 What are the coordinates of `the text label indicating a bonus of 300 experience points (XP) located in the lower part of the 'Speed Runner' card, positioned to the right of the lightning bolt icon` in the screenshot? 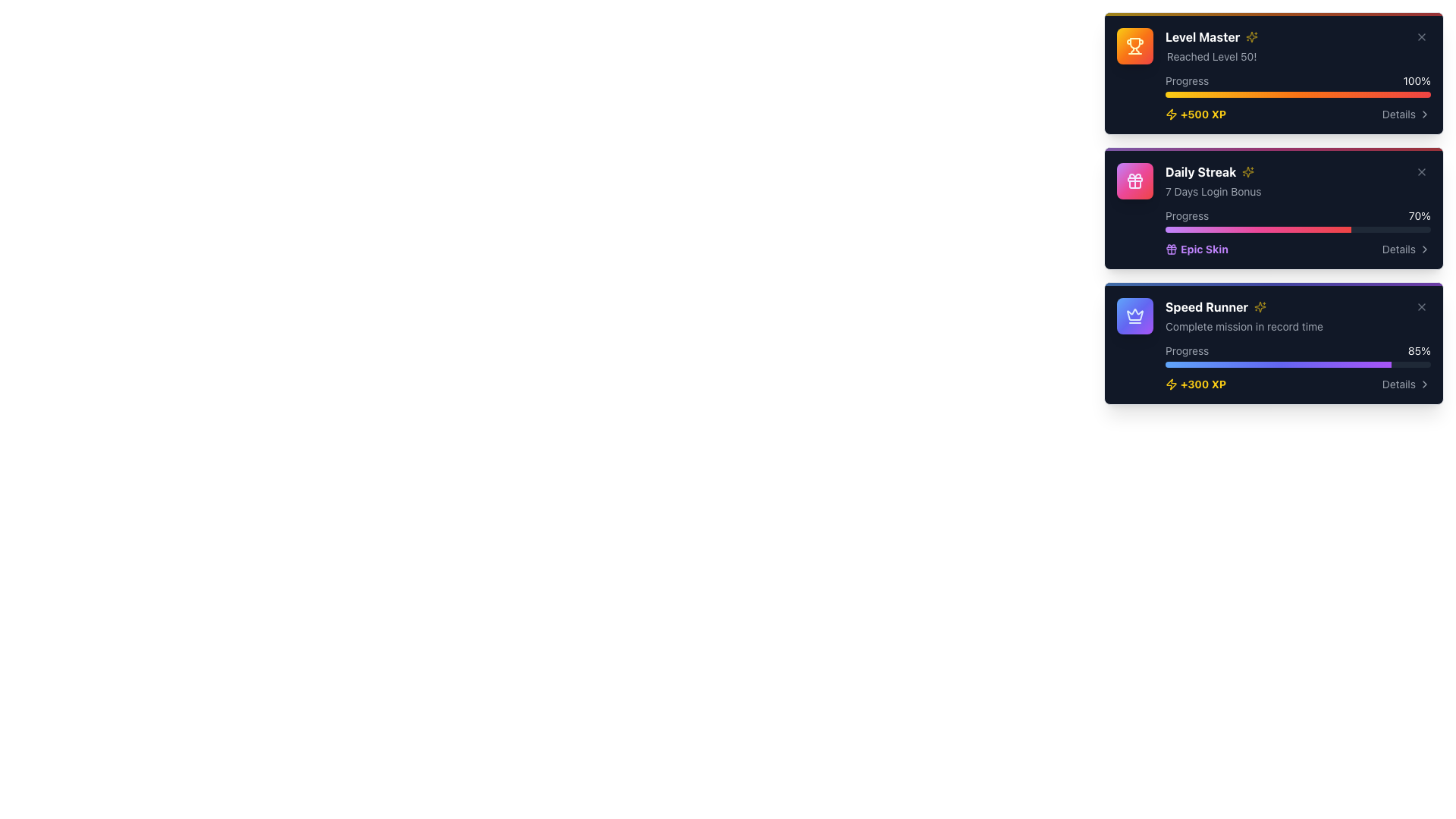 It's located at (1203, 383).